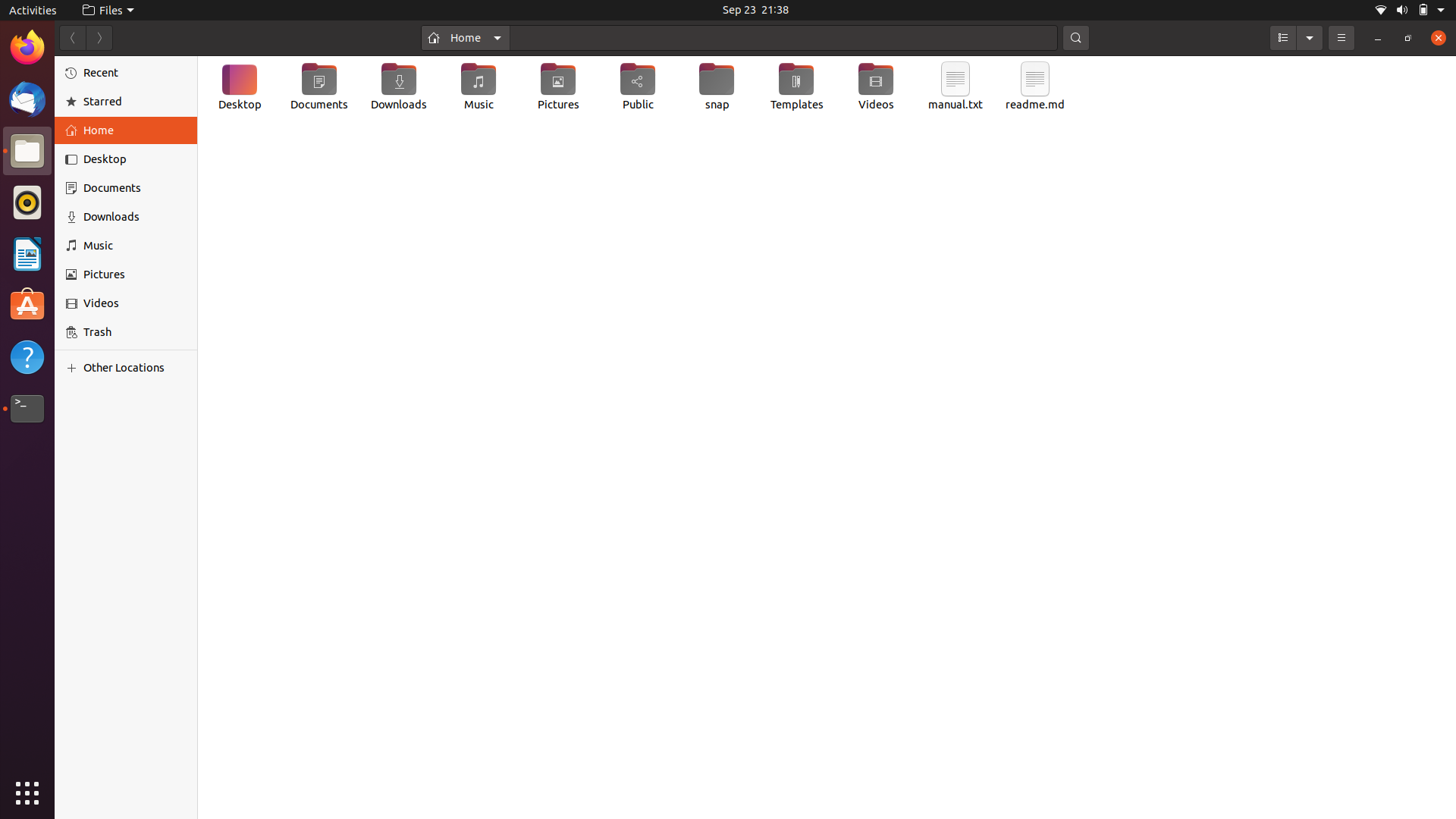  Describe the element at coordinates (477, 89) in the screenshot. I see `Update the name of the "Music" folder to "My Music"` at that location.